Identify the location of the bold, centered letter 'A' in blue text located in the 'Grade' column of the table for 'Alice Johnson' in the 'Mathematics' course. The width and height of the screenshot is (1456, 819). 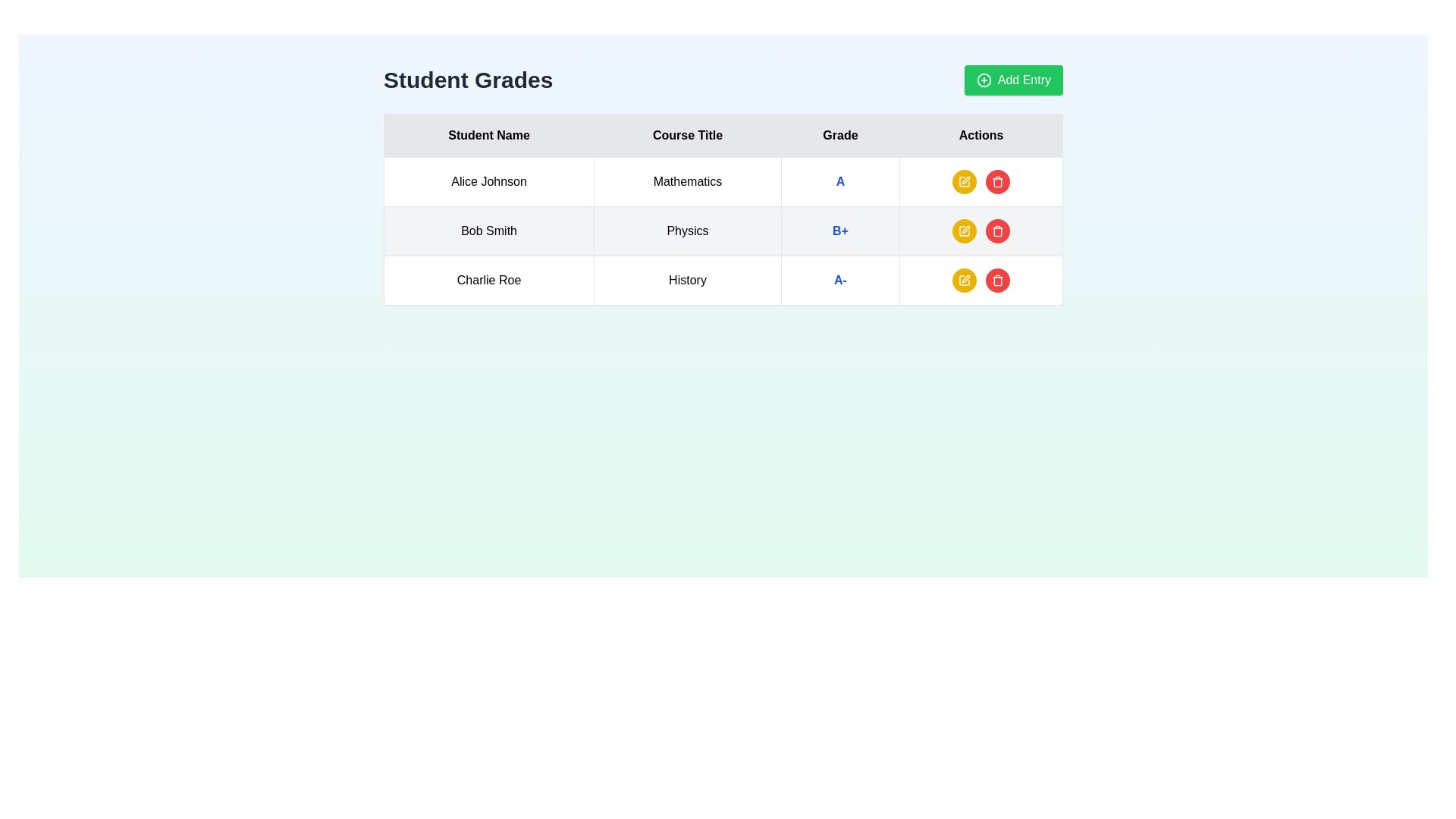
(839, 180).